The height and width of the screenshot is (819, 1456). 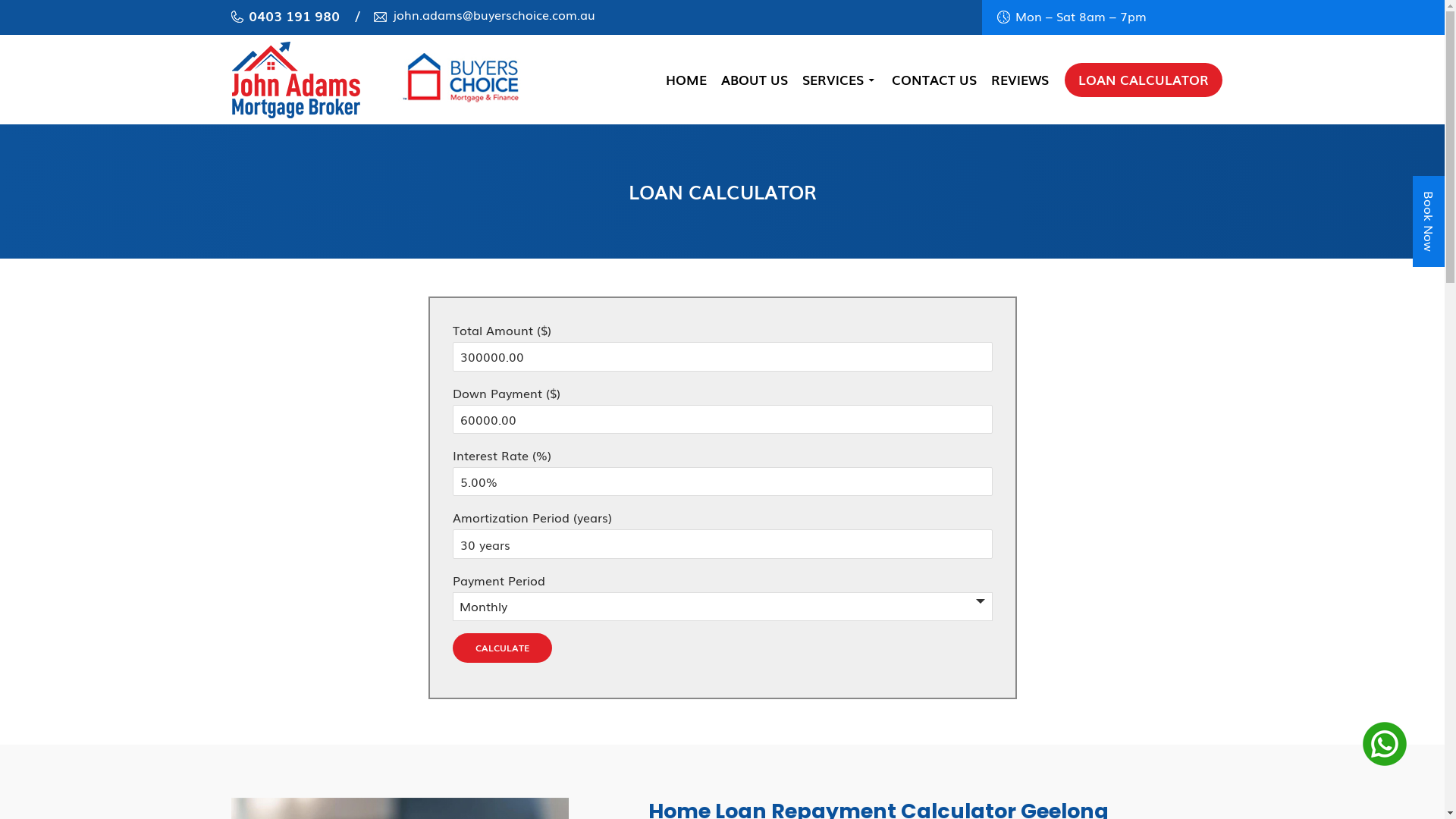 I want to click on 'ABOUT US', so click(x=713, y=79).